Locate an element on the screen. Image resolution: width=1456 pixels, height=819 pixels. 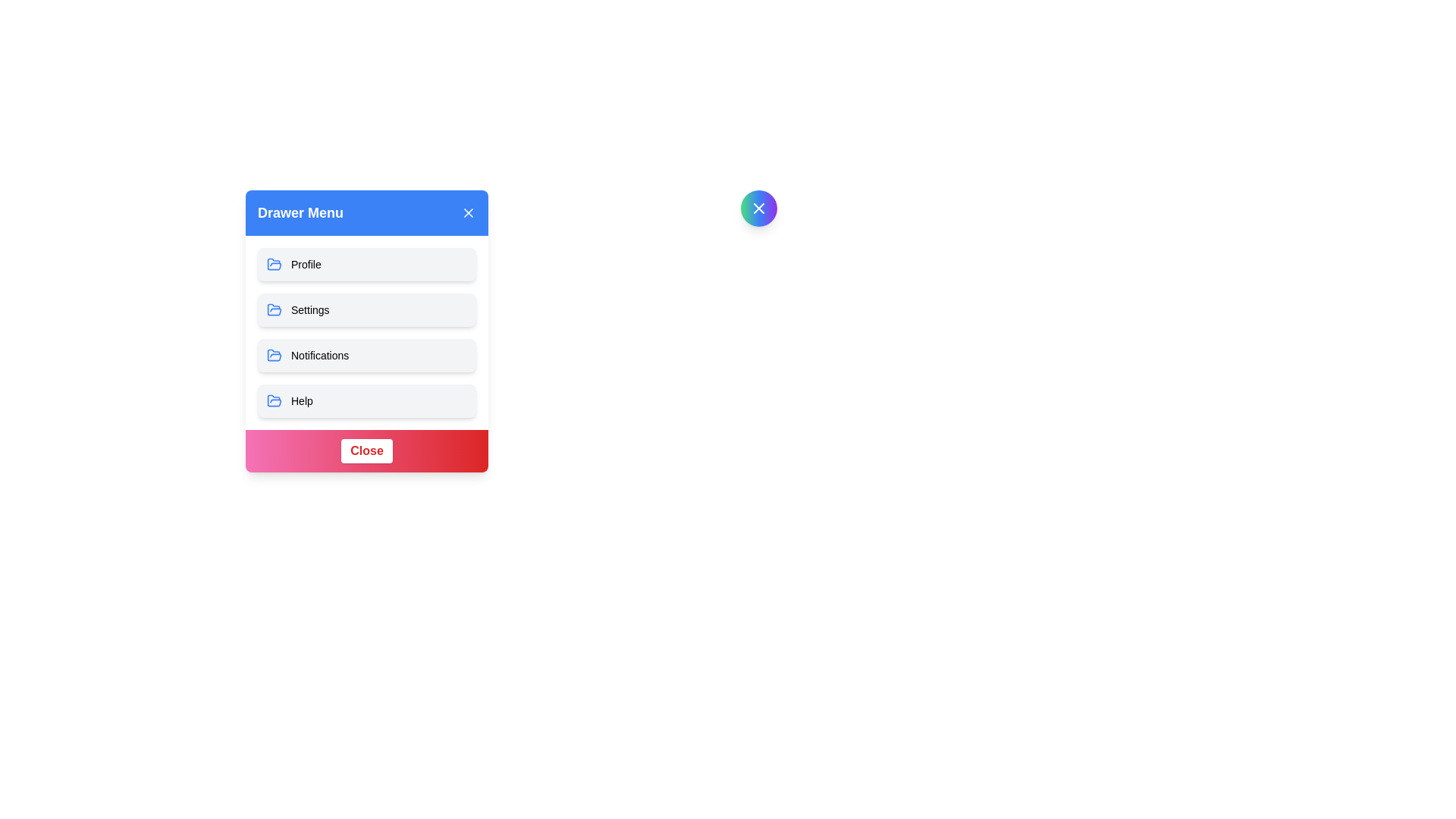
the circular gradient button with a white 'X' icon is located at coordinates (759, 208).